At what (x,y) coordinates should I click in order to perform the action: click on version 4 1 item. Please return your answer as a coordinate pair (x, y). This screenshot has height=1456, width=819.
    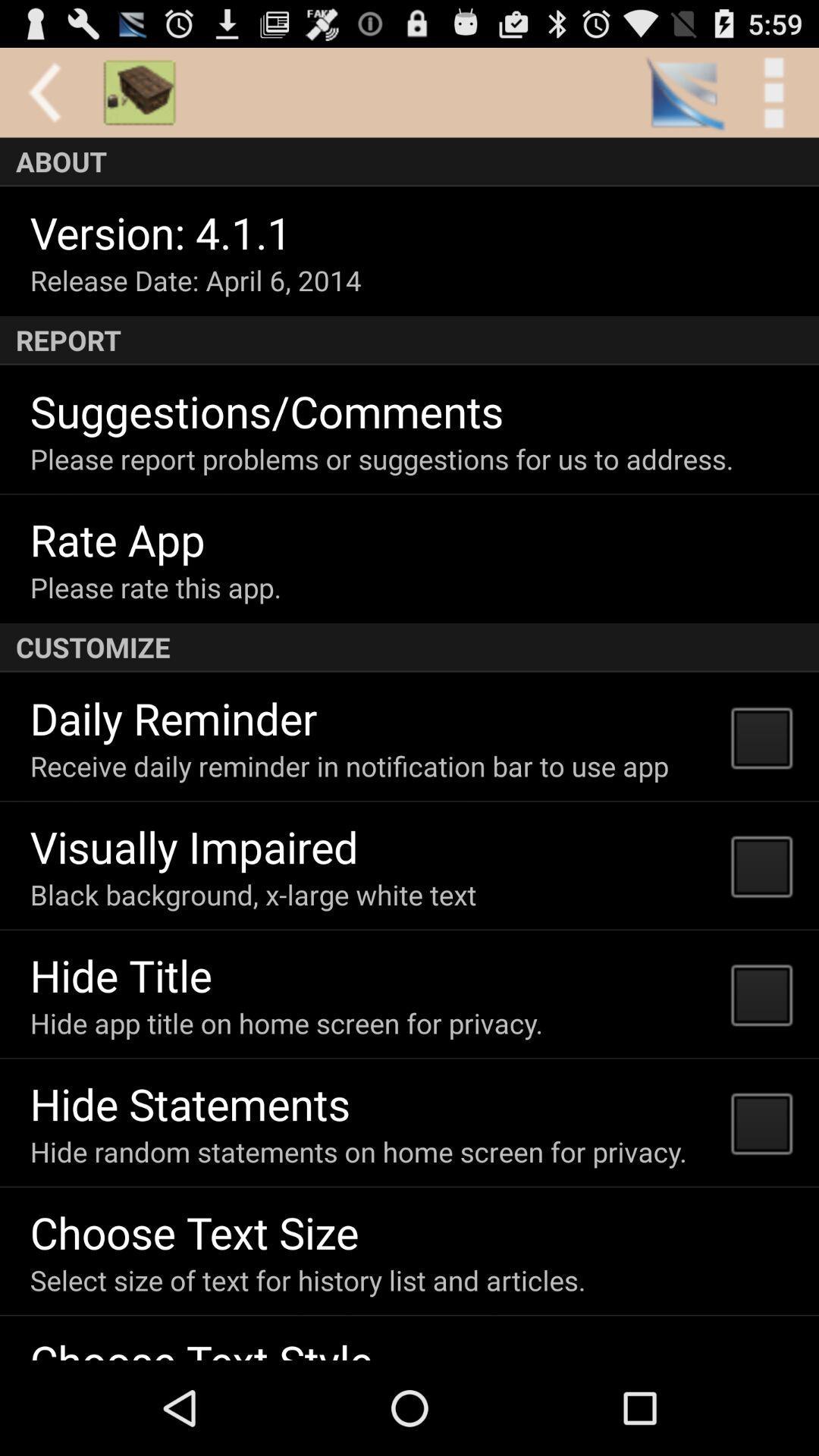
    Looking at the image, I should click on (161, 231).